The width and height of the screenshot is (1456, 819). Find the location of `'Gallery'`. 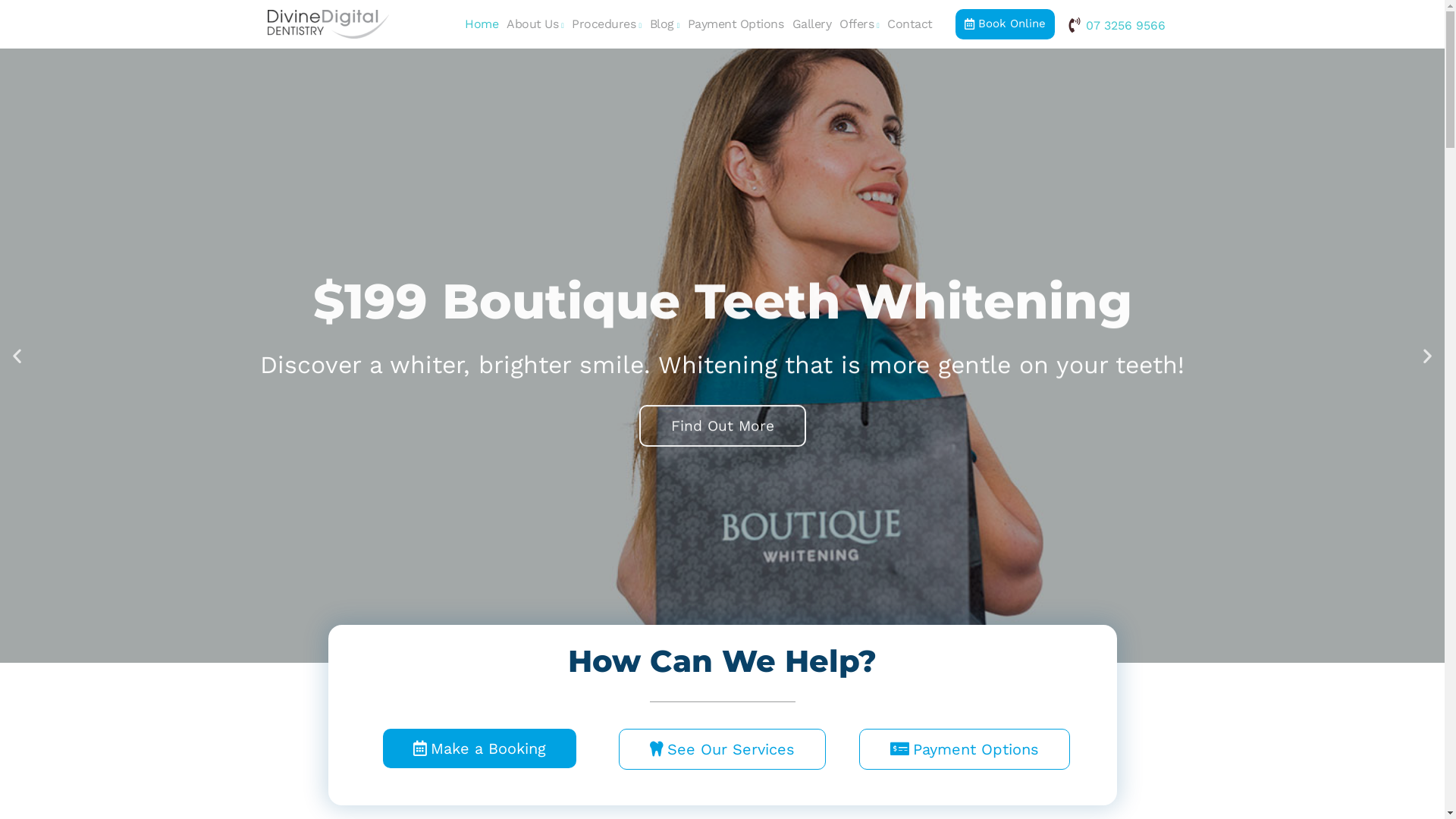

'Gallery' is located at coordinates (787, 24).